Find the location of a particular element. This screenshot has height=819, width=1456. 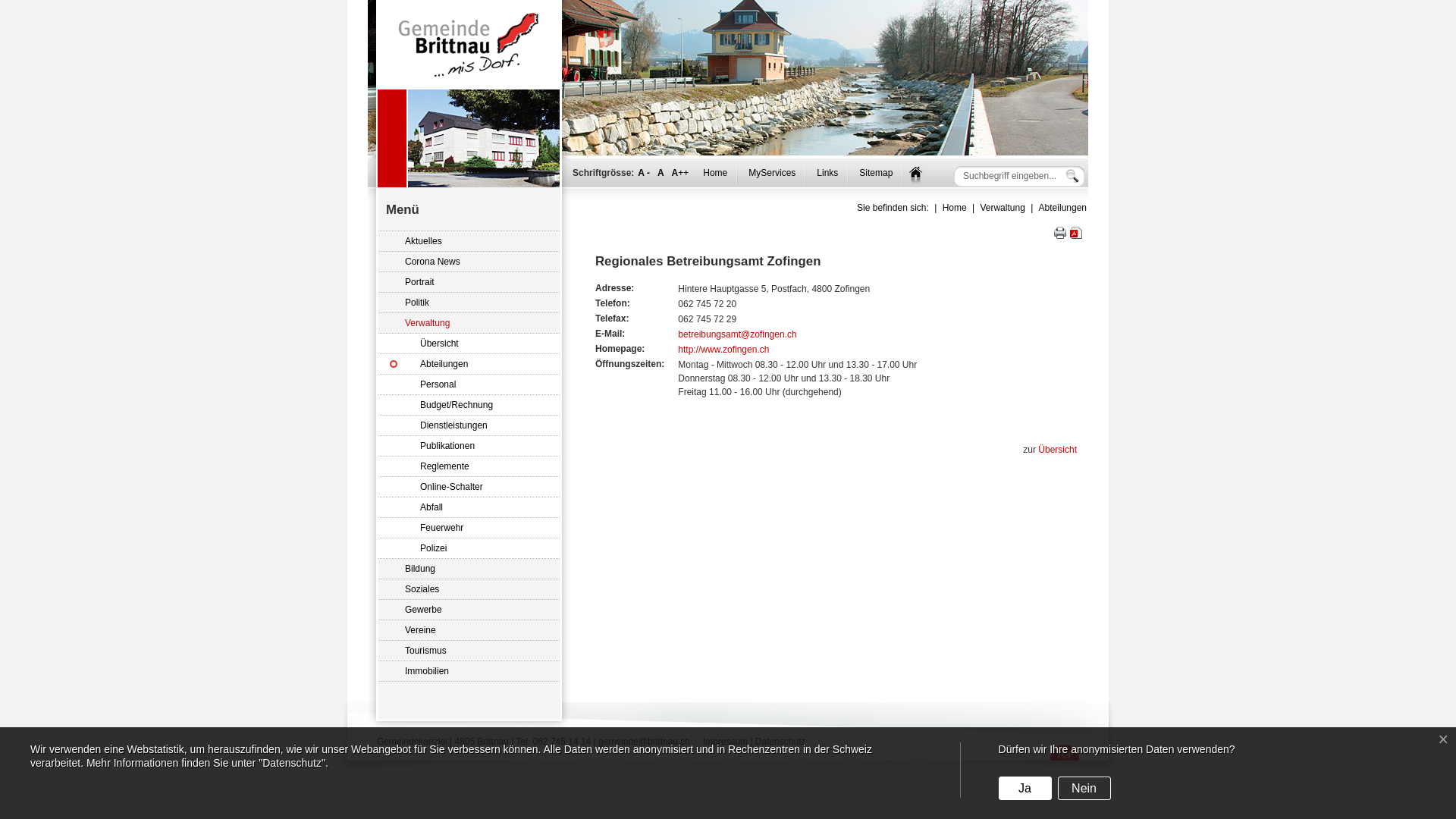

'Publikationen' is located at coordinates (468, 445).